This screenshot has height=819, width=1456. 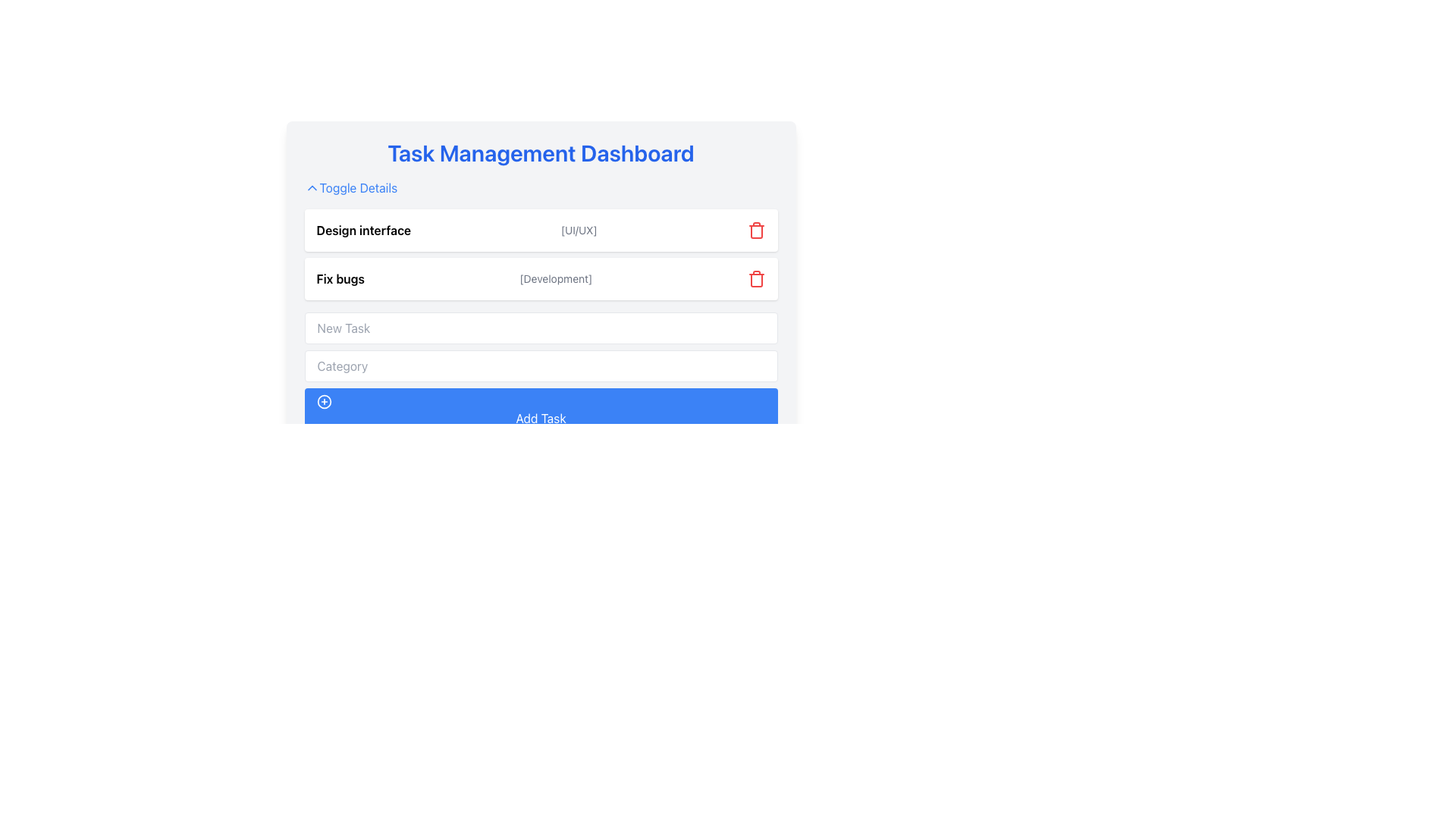 I want to click on the Text header indicating the task title, which is located above the task 'Fix bugs' and to the left of '[UI/UX]', so click(x=362, y=231).